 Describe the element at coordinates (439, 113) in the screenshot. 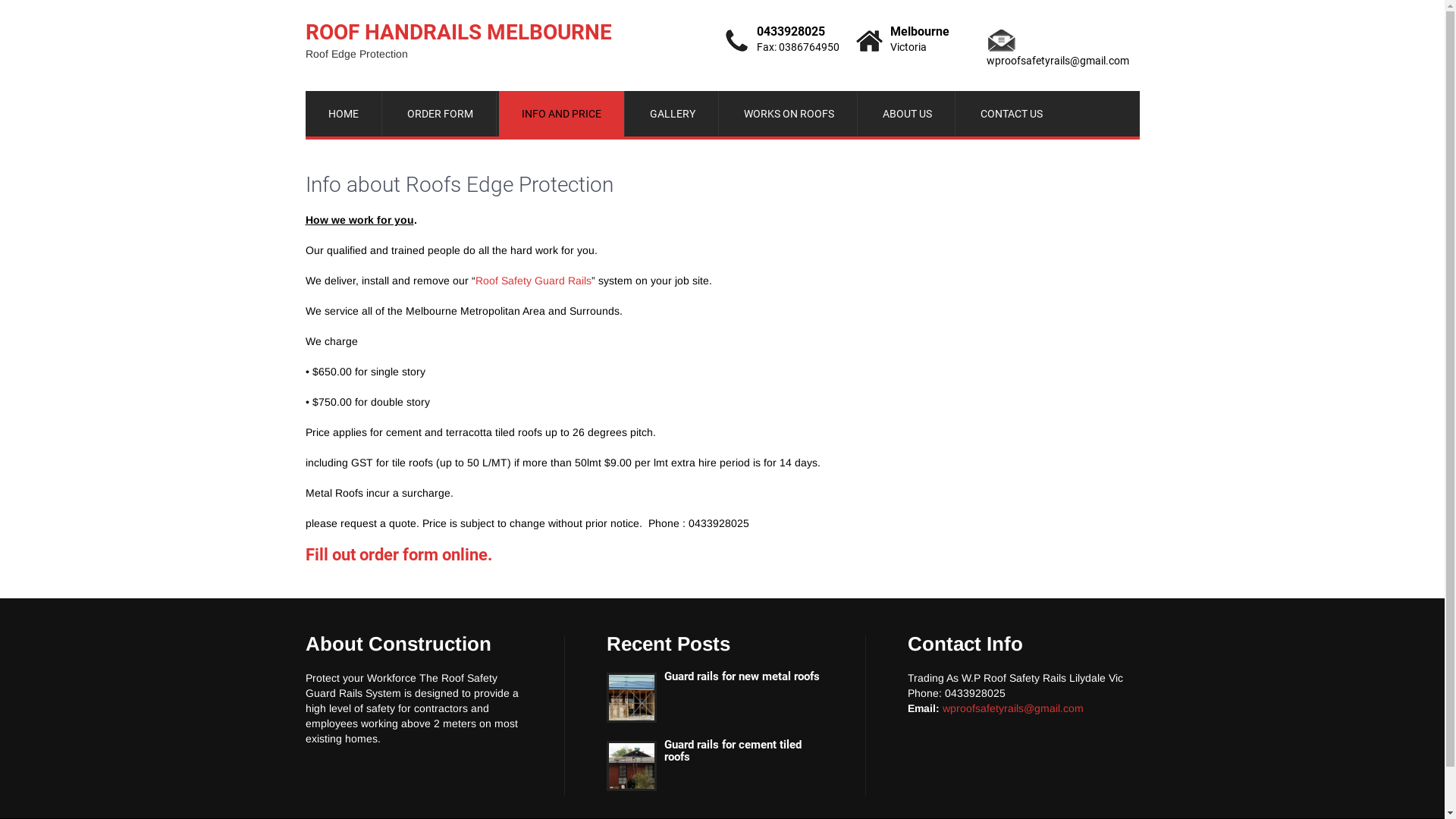

I see `'ORDER FORM'` at that location.